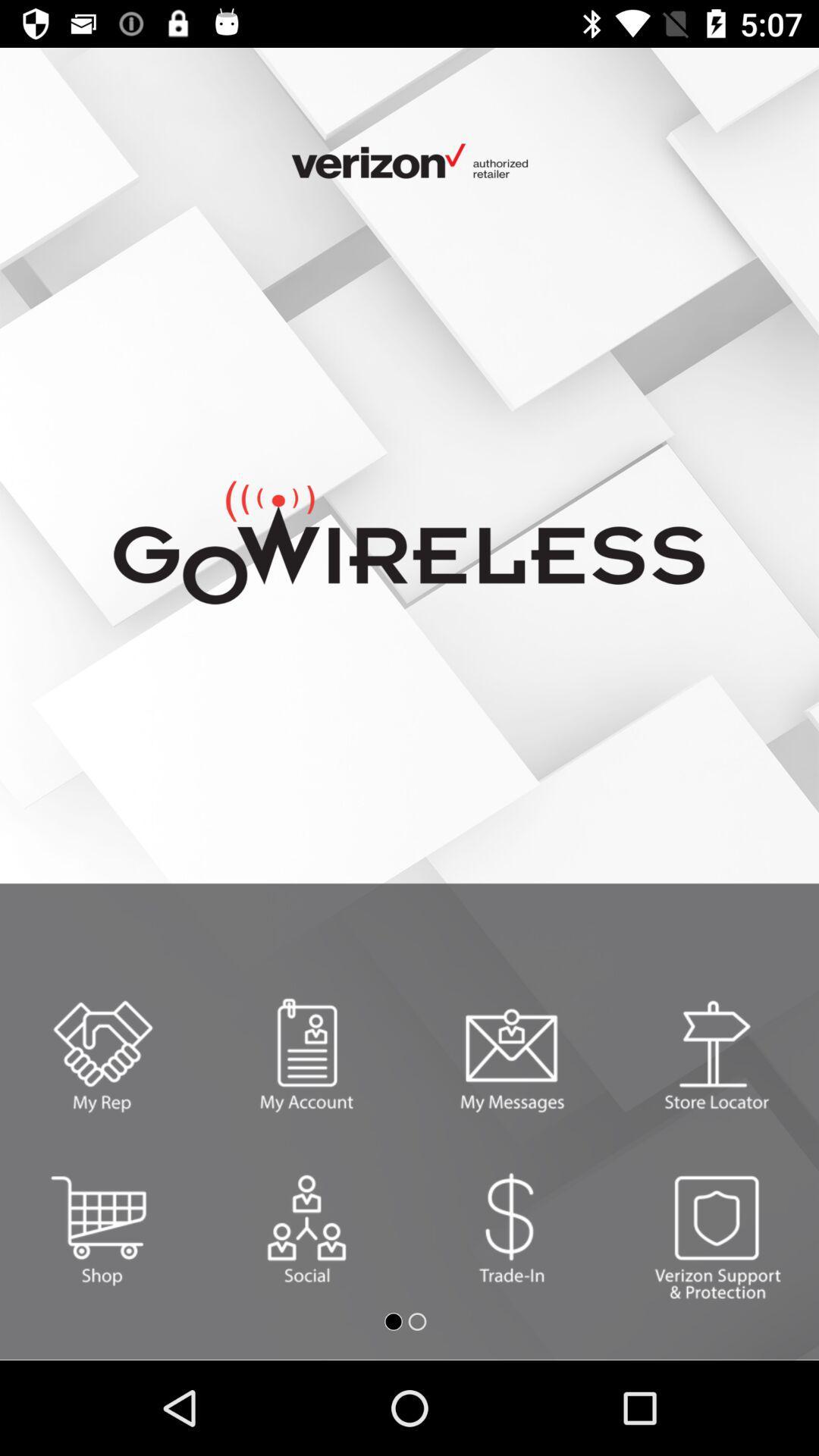  I want to click on support, so click(717, 1228).